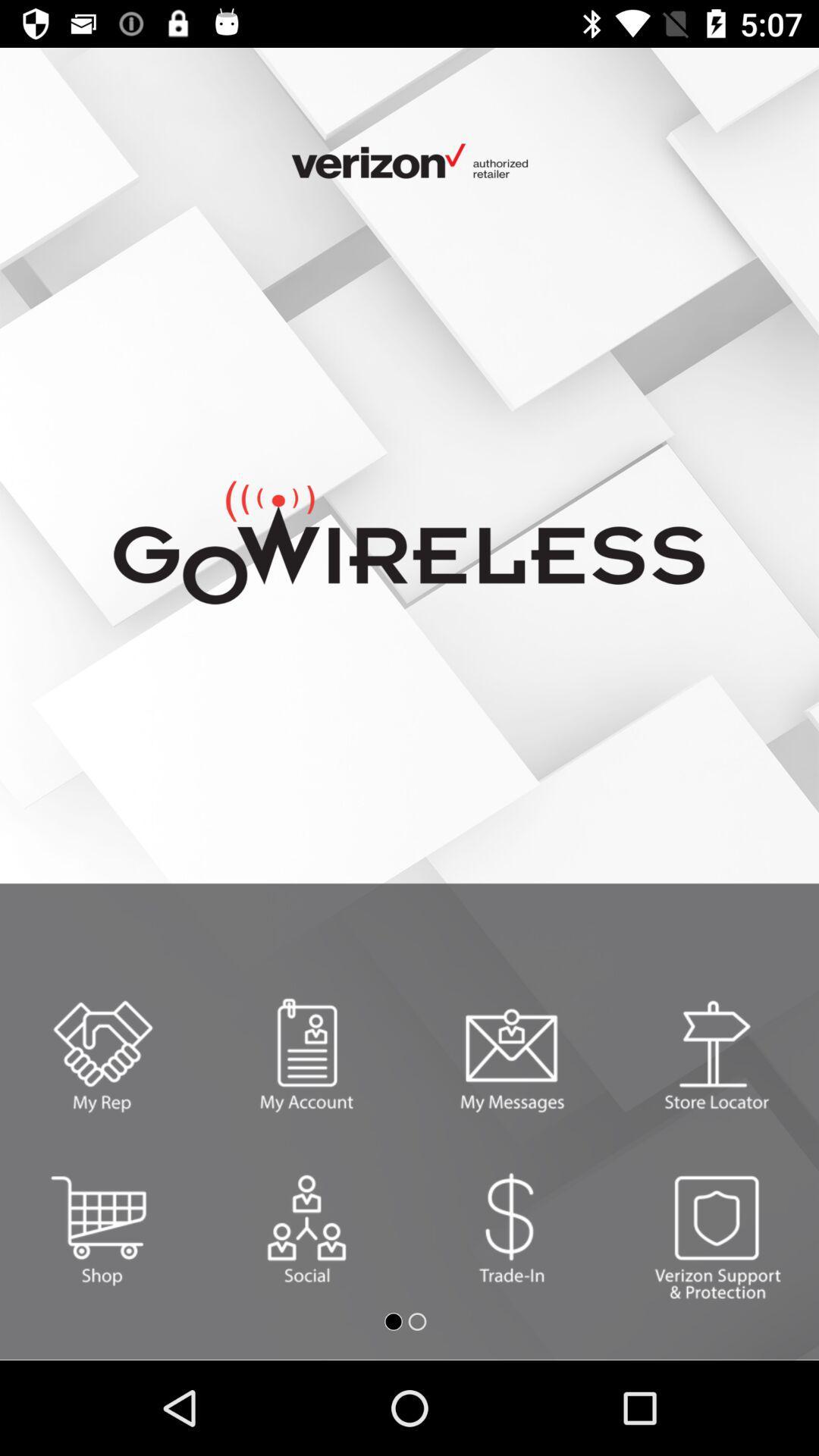  I want to click on support, so click(717, 1228).